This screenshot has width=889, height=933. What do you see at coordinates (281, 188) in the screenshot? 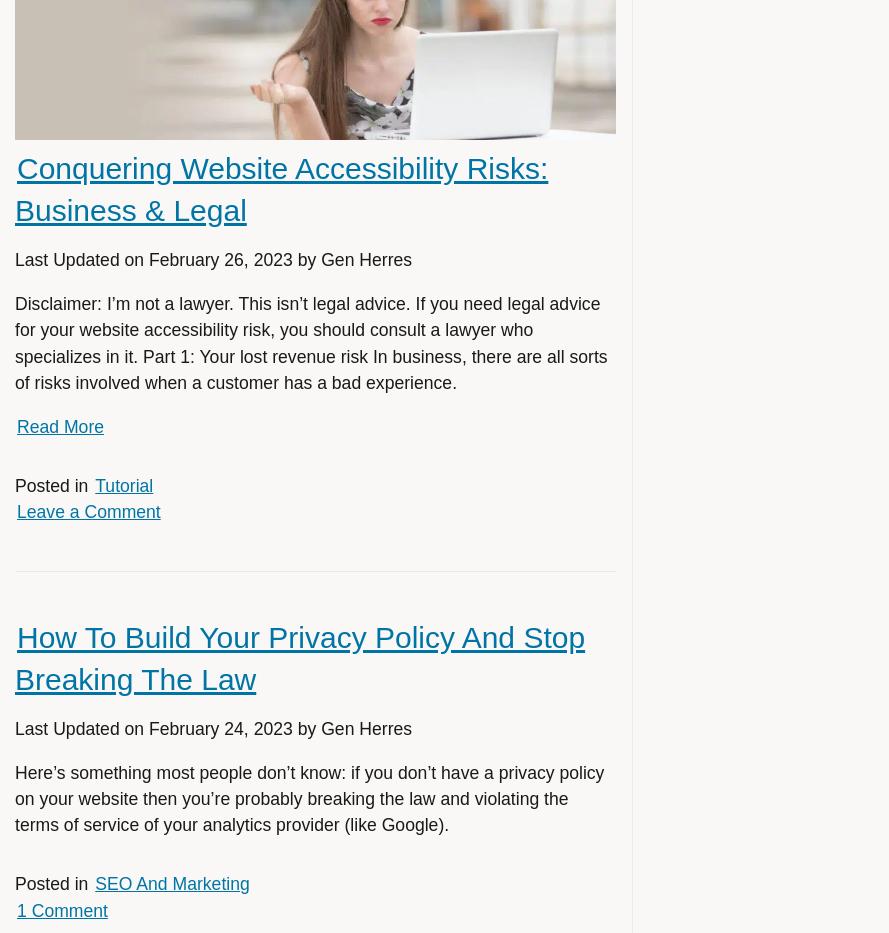
I see `'Conquering Website Accessibility Risks: Business & Legal'` at bounding box center [281, 188].